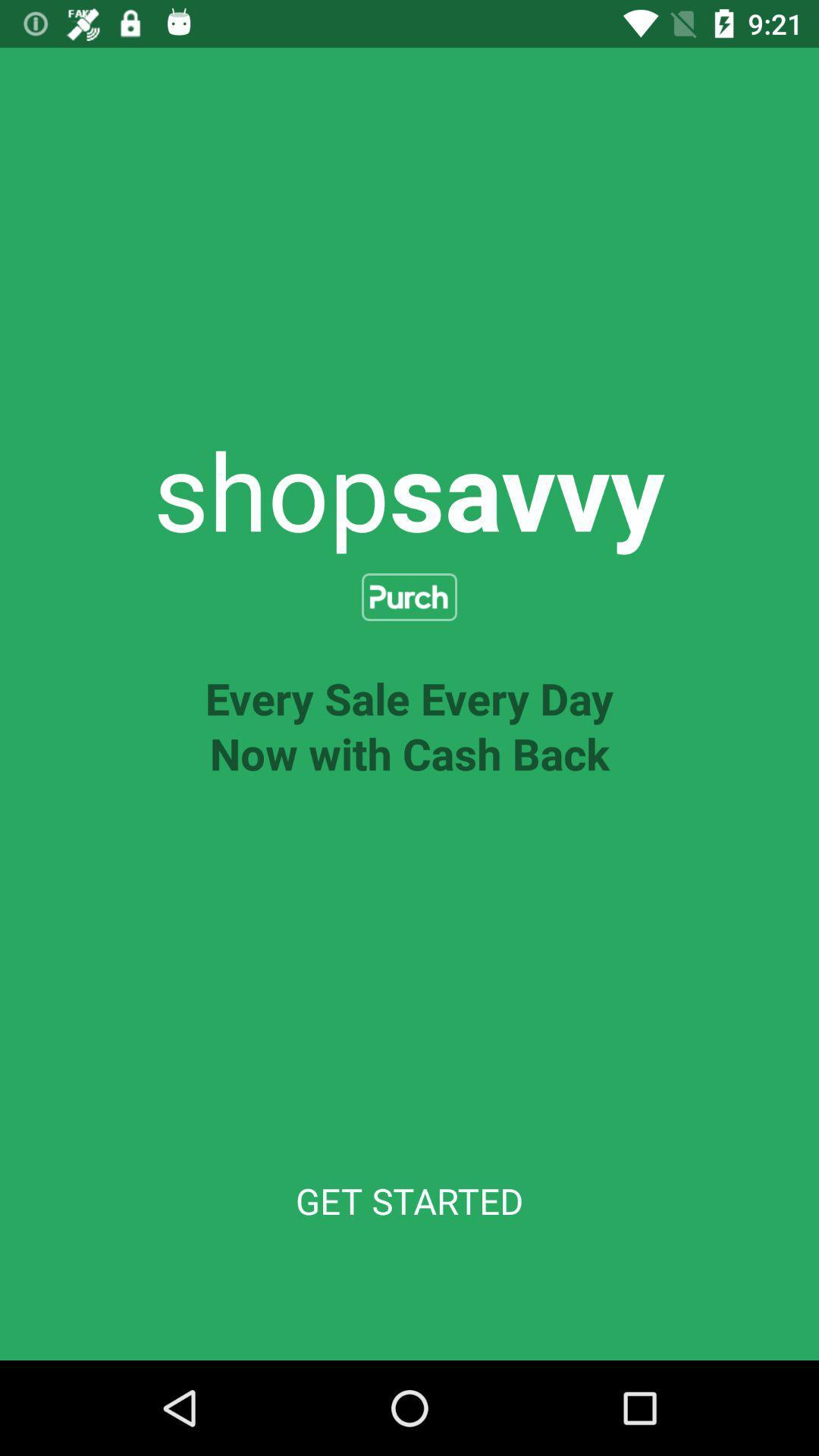 The height and width of the screenshot is (1456, 819). I want to click on get started icon, so click(409, 1200).